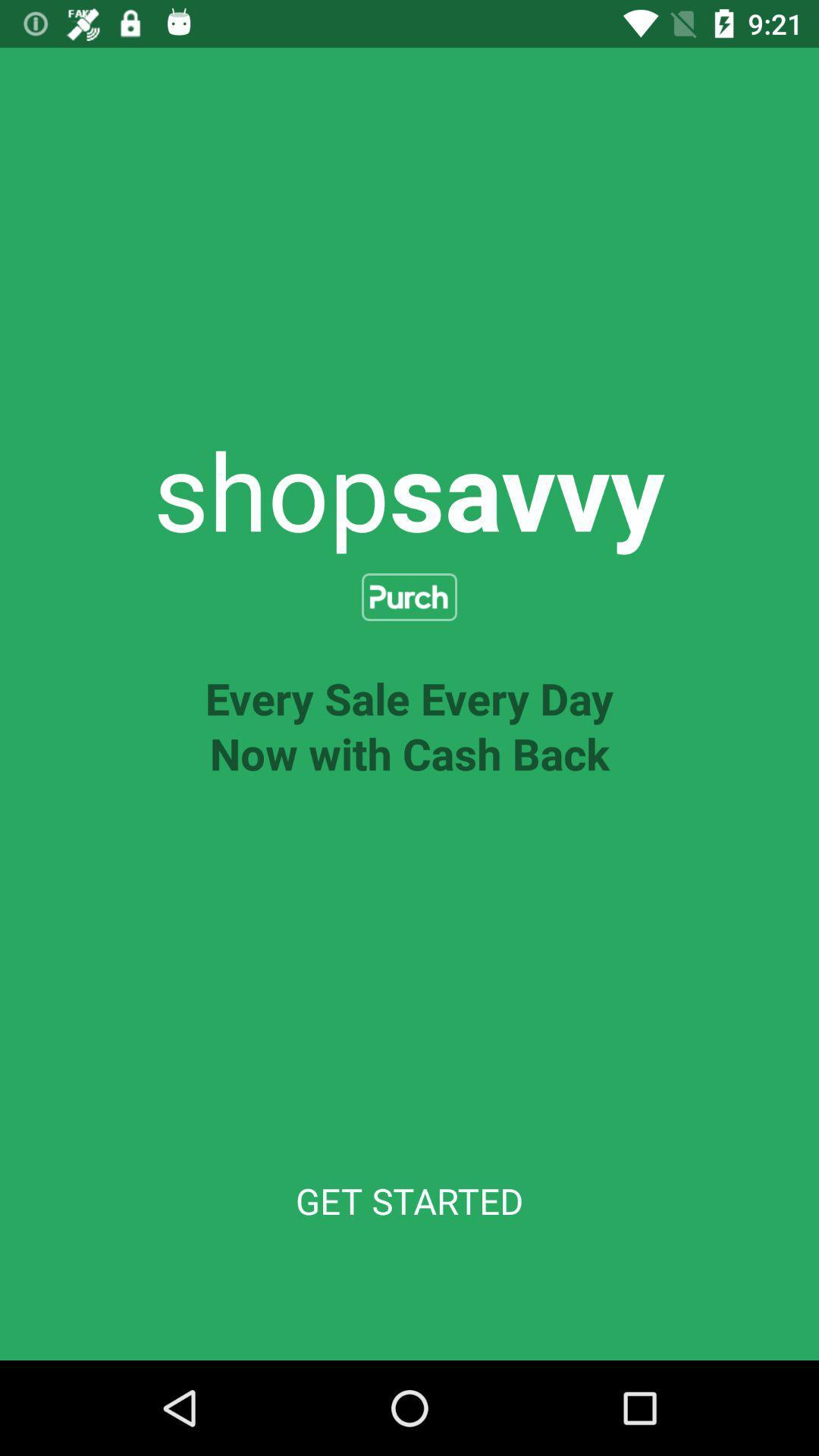 The height and width of the screenshot is (1456, 819). I want to click on get started icon, so click(409, 1200).